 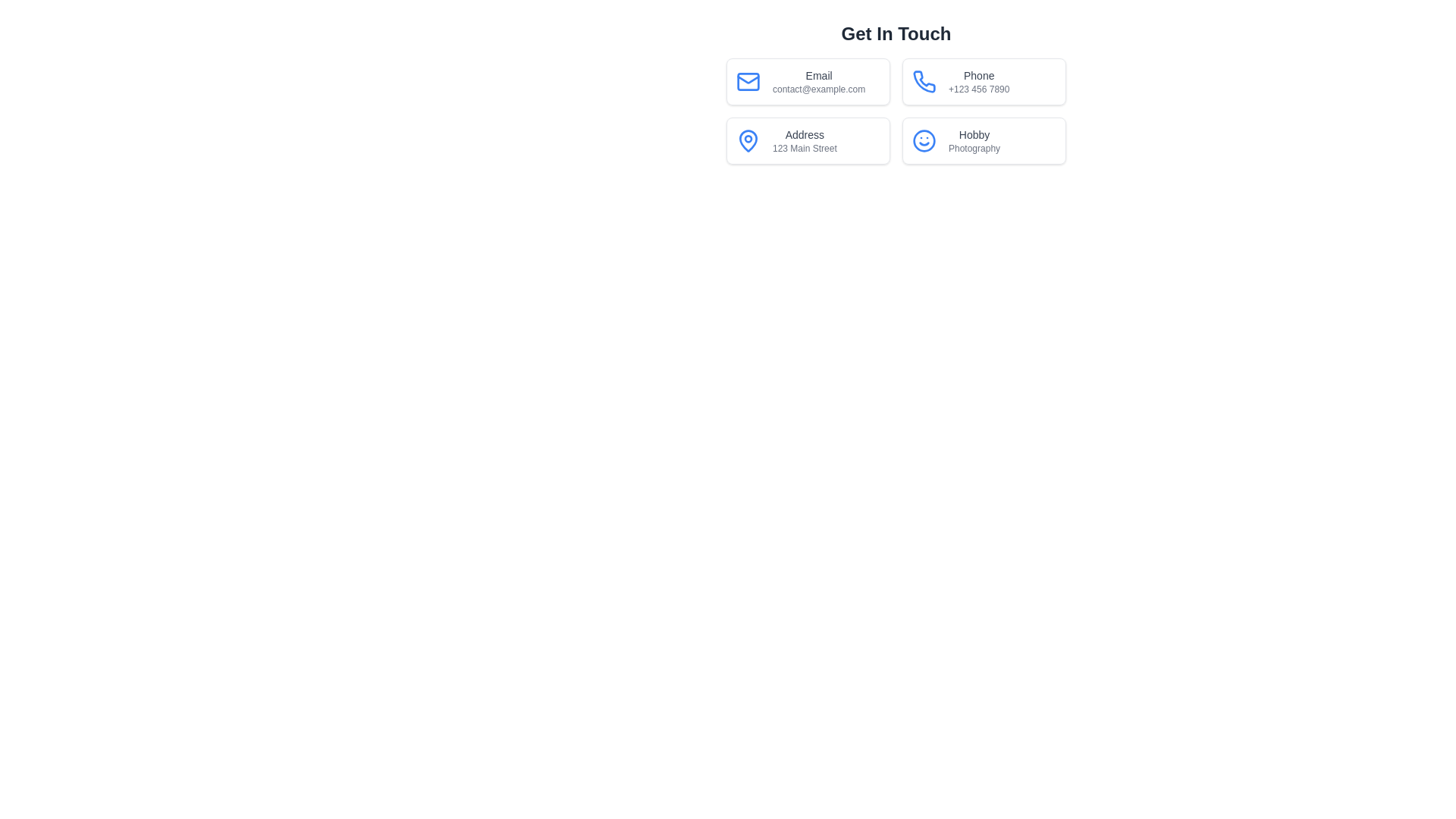 I want to click on the smiley face icon located in the bottom-right section of the grid layout, part of the 'Hobby Photography' card, positioned on the left side of the text content, so click(x=924, y=140).